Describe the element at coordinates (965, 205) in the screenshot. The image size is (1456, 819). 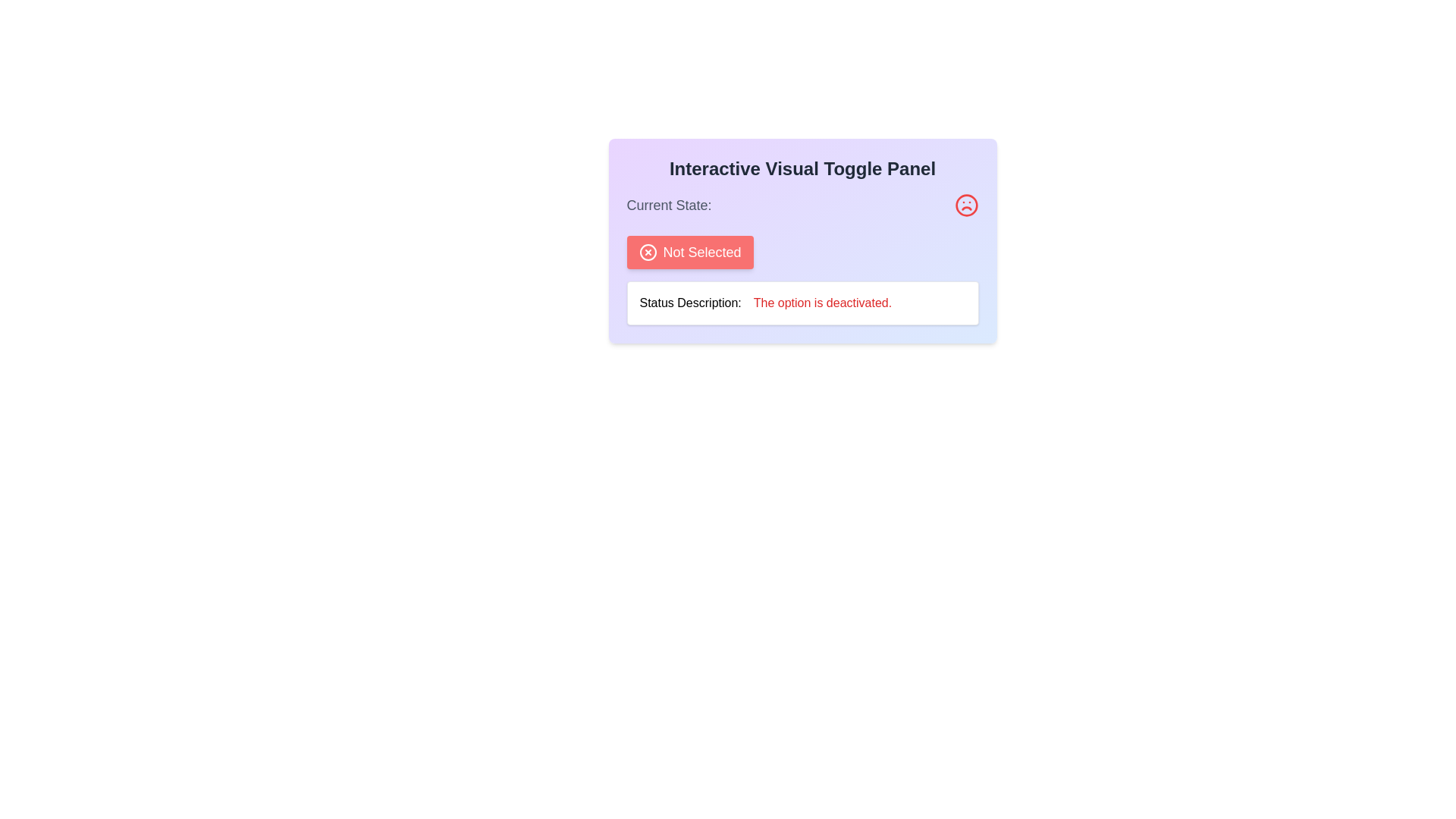
I see `the SVG Icon representing a negative or deactivated state located in the 'Current State' section of the card, adjacent to the label 'Current State:'` at that location.